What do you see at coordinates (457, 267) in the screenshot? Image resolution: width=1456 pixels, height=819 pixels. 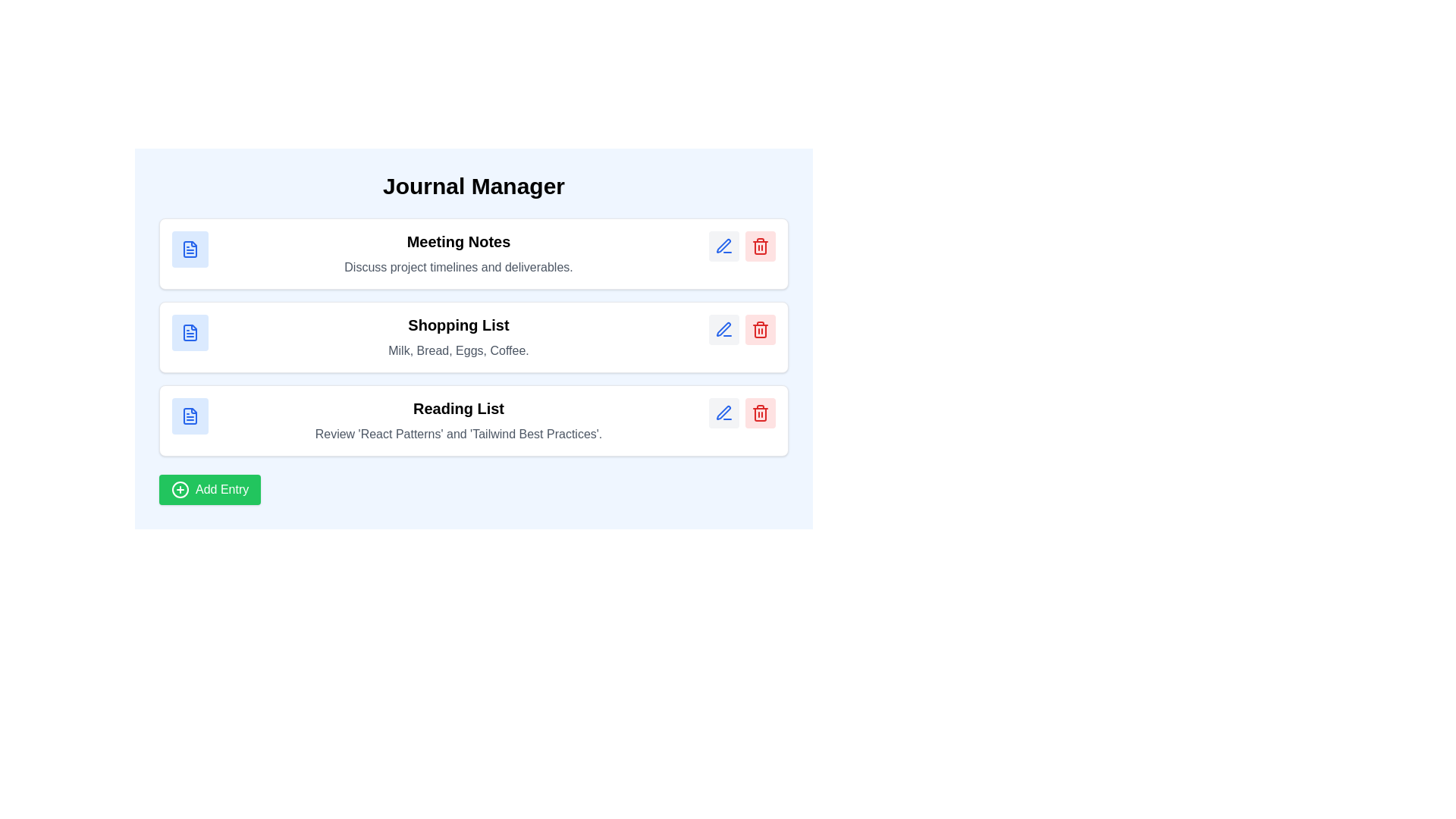 I see `the text label that contains 'Discuss project timelines and deliverables.' positioned below the title 'Meeting Notes' in the list` at bounding box center [457, 267].